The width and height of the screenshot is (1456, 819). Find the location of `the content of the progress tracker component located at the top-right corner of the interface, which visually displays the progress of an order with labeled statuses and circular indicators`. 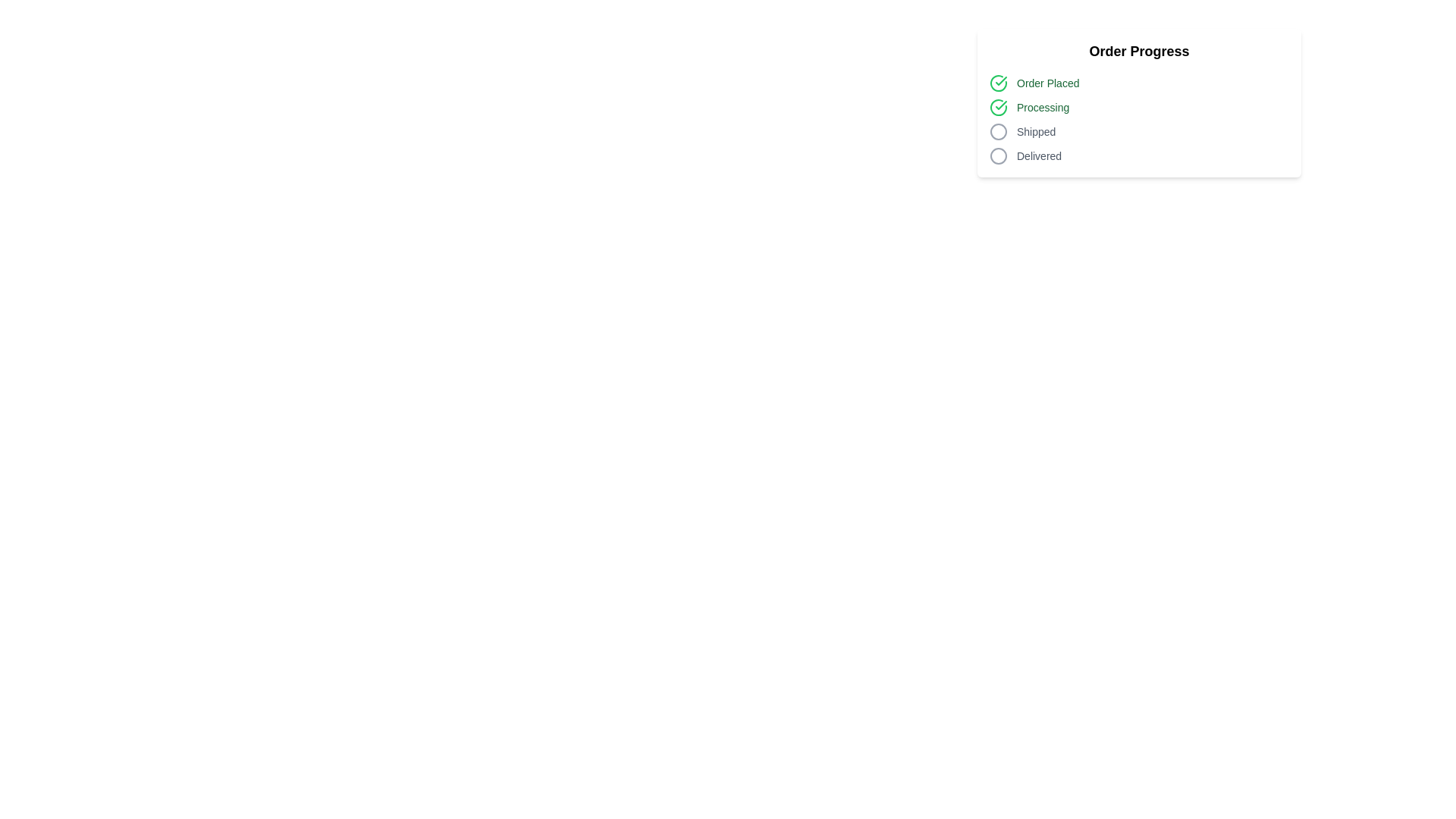

the content of the progress tracker component located at the top-right corner of the interface, which visually displays the progress of an order with labeled statuses and circular indicators is located at coordinates (1139, 102).